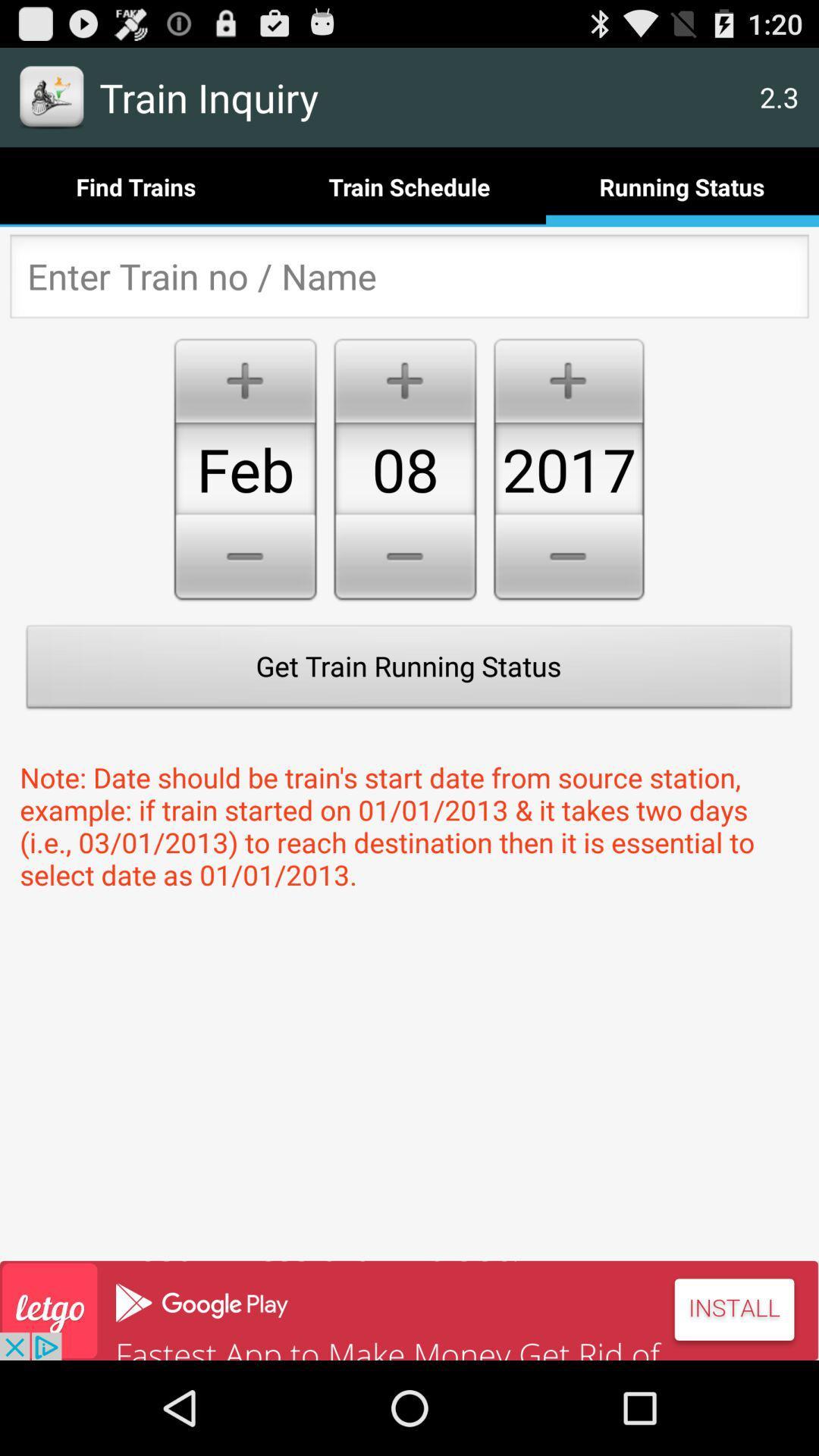 The width and height of the screenshot is (819, 1456). Describe the element at coordinates (404, 559) in the screenshot. I see `symbol below 08` at that location.